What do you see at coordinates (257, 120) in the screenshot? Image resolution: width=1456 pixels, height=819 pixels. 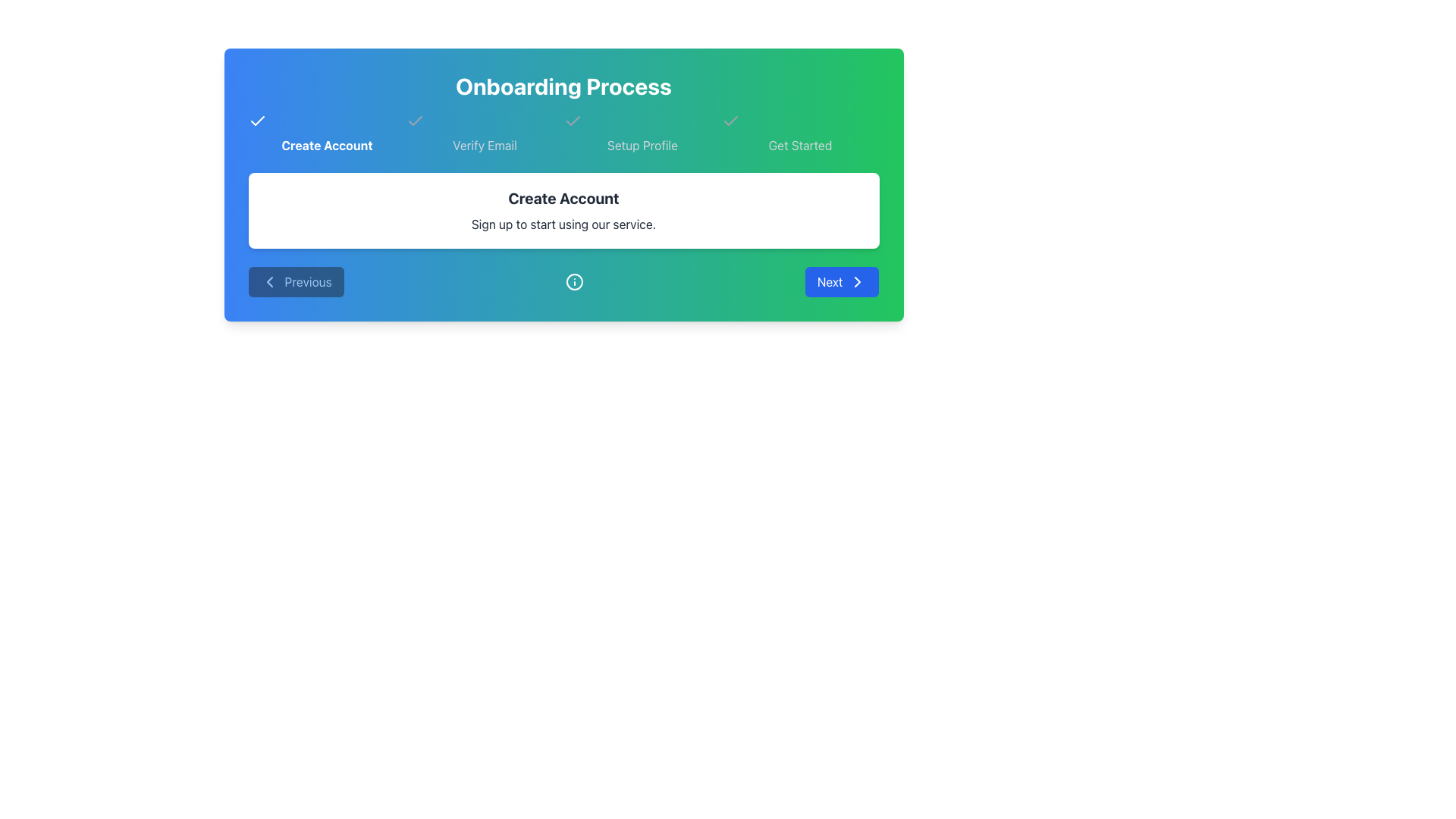 I see `the completion icon for the 'Create Account' step in the onboarding process` at bounding box center [257, 120].